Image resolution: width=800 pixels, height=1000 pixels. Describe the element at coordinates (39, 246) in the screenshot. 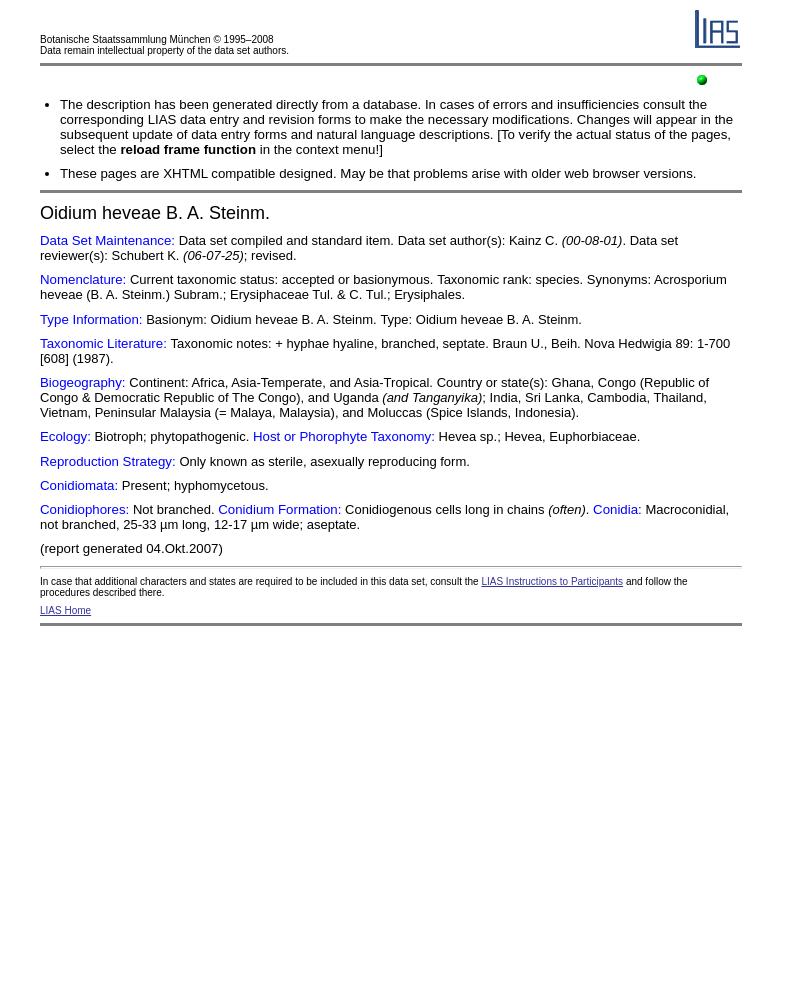

I see `'Data set reviewer(s): Schubert K.'` at that location.